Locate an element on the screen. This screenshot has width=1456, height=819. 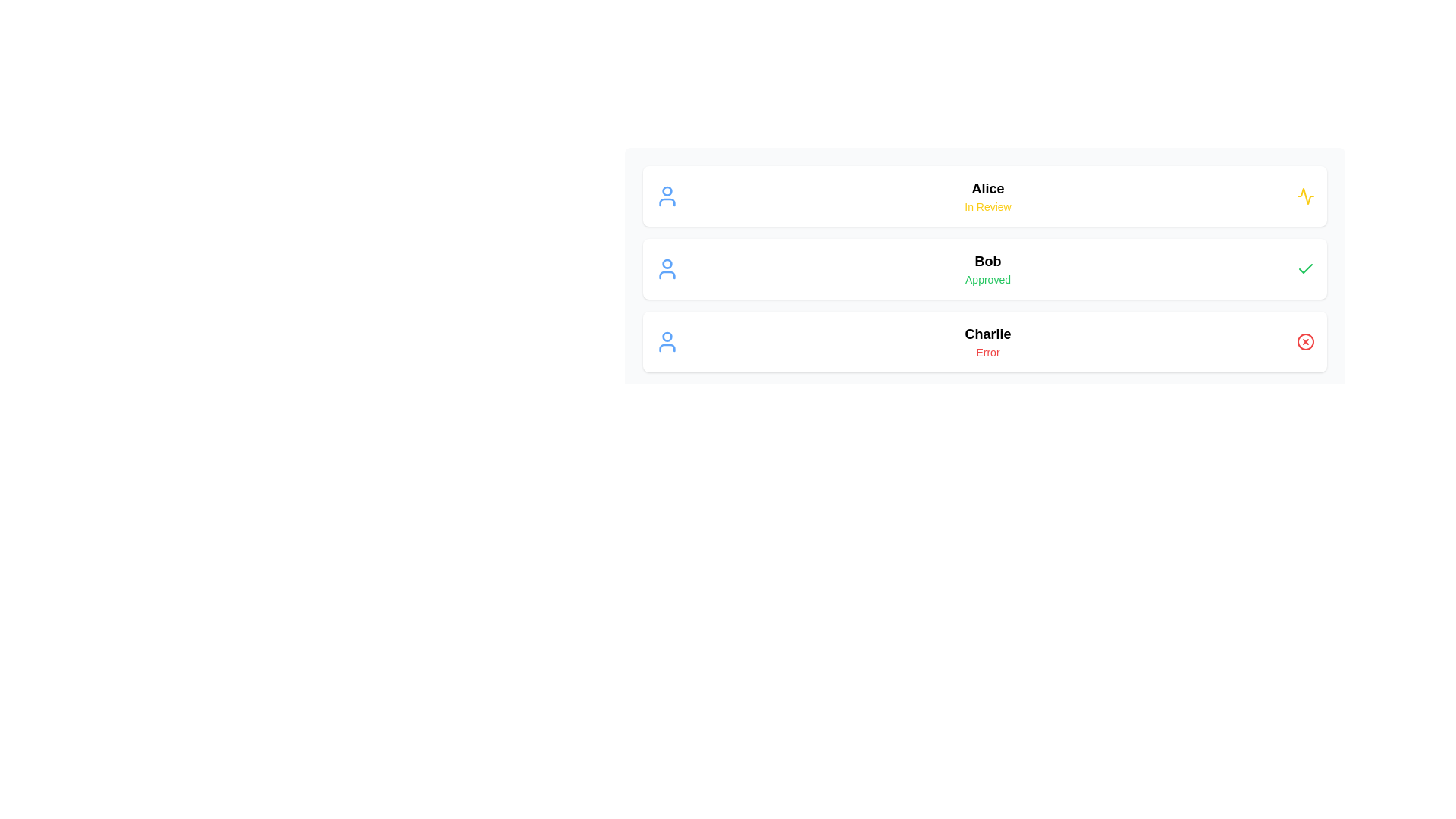
the green text label reading 'Approved' which is positioned below the bolded name 'Bob' in the second row of a vertical list is located at coordinates (987, 280).